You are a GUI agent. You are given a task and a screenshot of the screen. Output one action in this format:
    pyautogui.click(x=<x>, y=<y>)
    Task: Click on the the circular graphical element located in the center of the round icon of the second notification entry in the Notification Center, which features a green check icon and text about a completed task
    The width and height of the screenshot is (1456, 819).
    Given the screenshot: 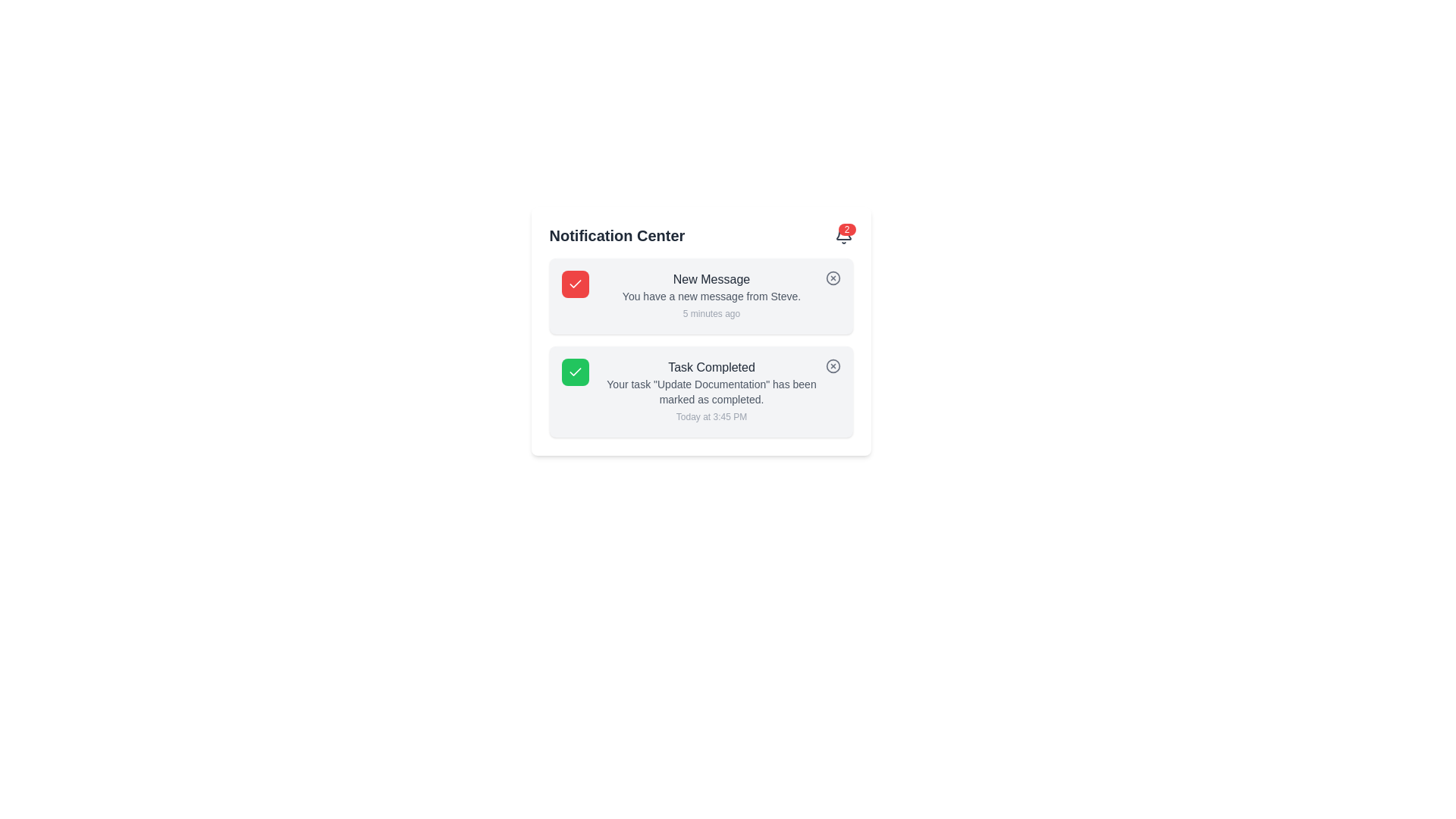 What is the action you would take?
    pyautogui.click(x=832, y=366)
    